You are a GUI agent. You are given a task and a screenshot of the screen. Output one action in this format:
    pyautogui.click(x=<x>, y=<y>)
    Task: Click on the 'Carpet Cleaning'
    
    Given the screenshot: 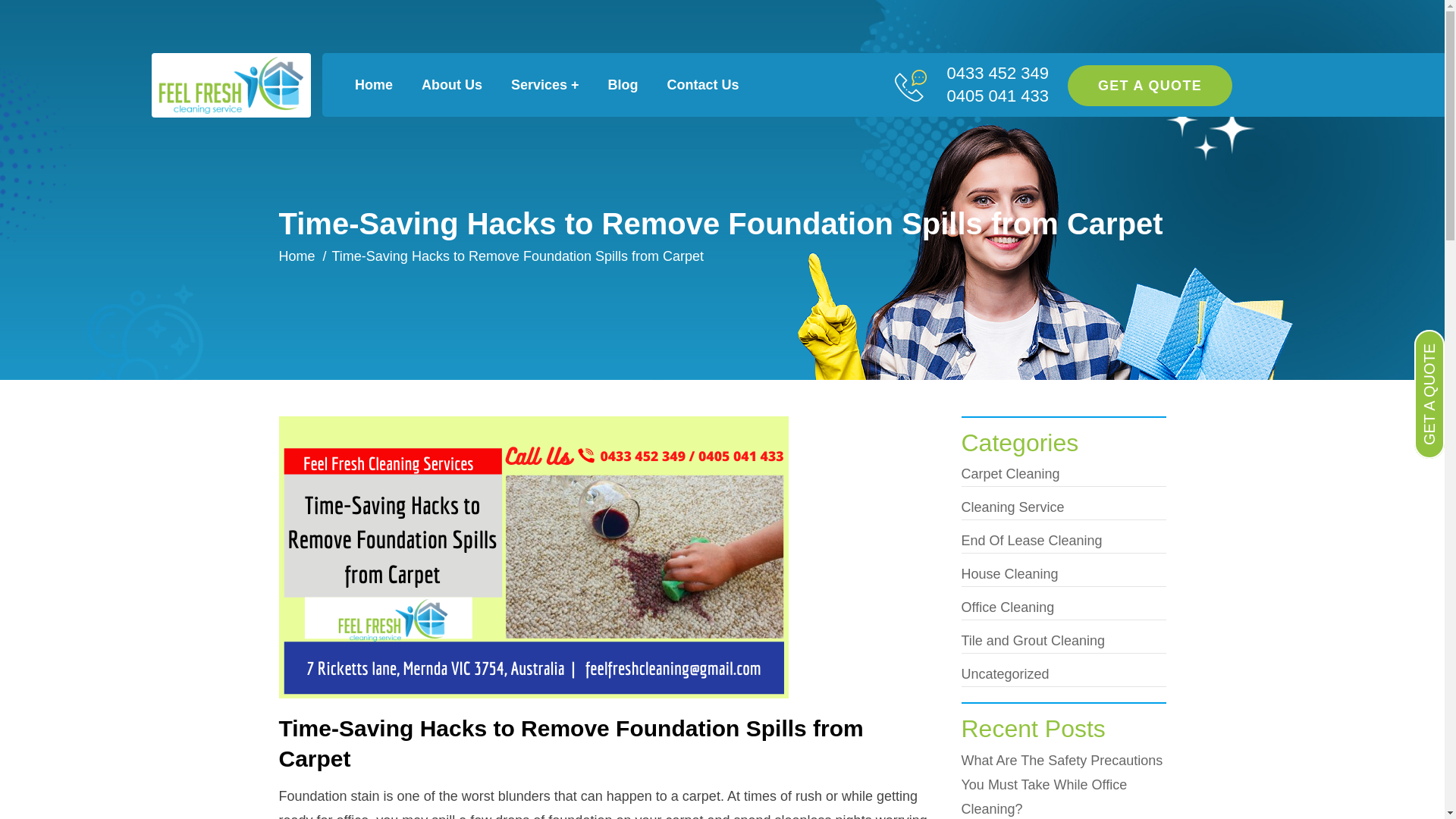 What is the action you would take?
    pyautogui.click(x=1062, y=473)
    